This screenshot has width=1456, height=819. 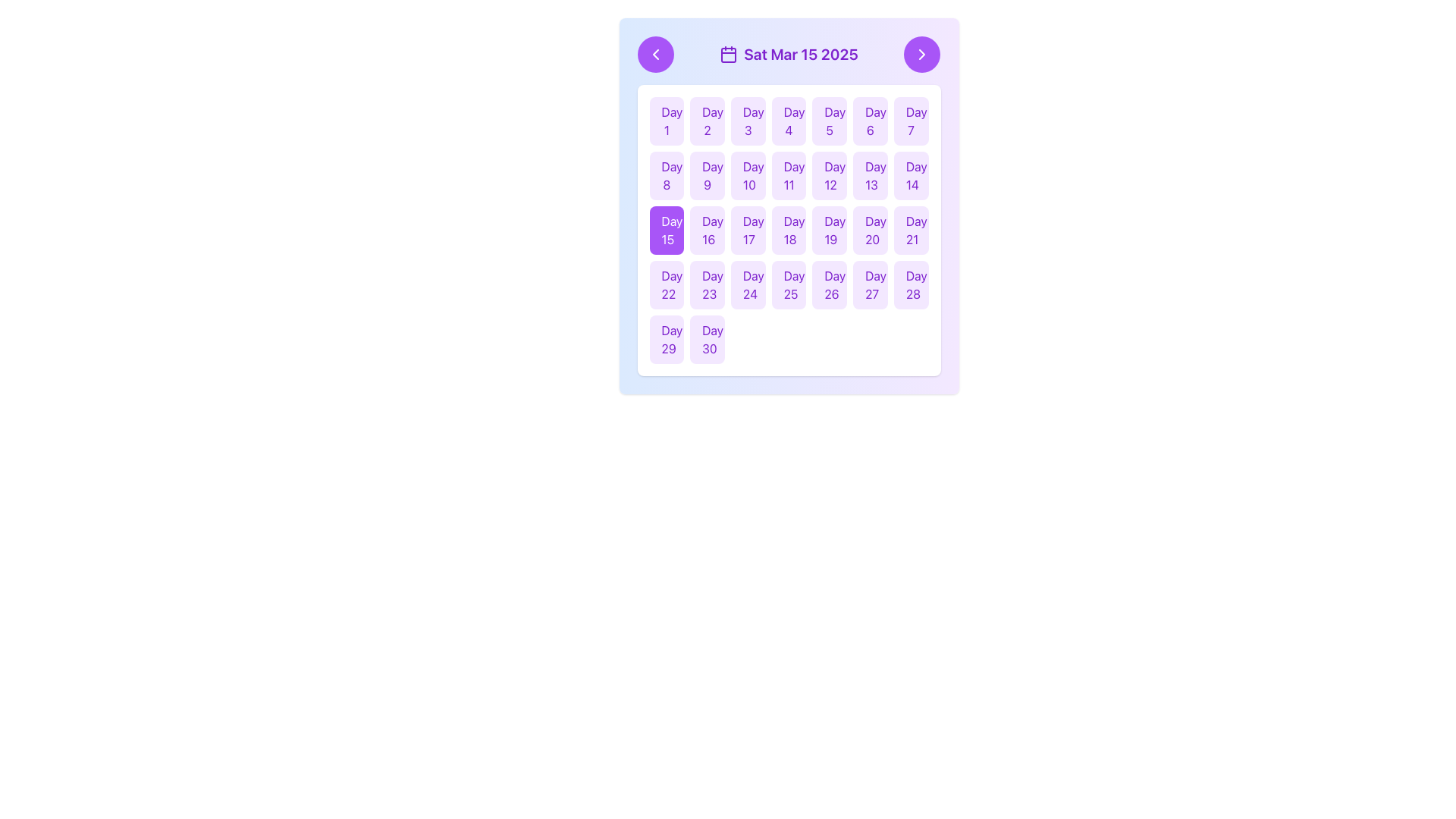 What do you see at coordinates (910, 174) in the screenshot?
I see `the non-interactive button labeled 'Day 14' with rounded edges and a purple background` at bounding box center [910, 174].